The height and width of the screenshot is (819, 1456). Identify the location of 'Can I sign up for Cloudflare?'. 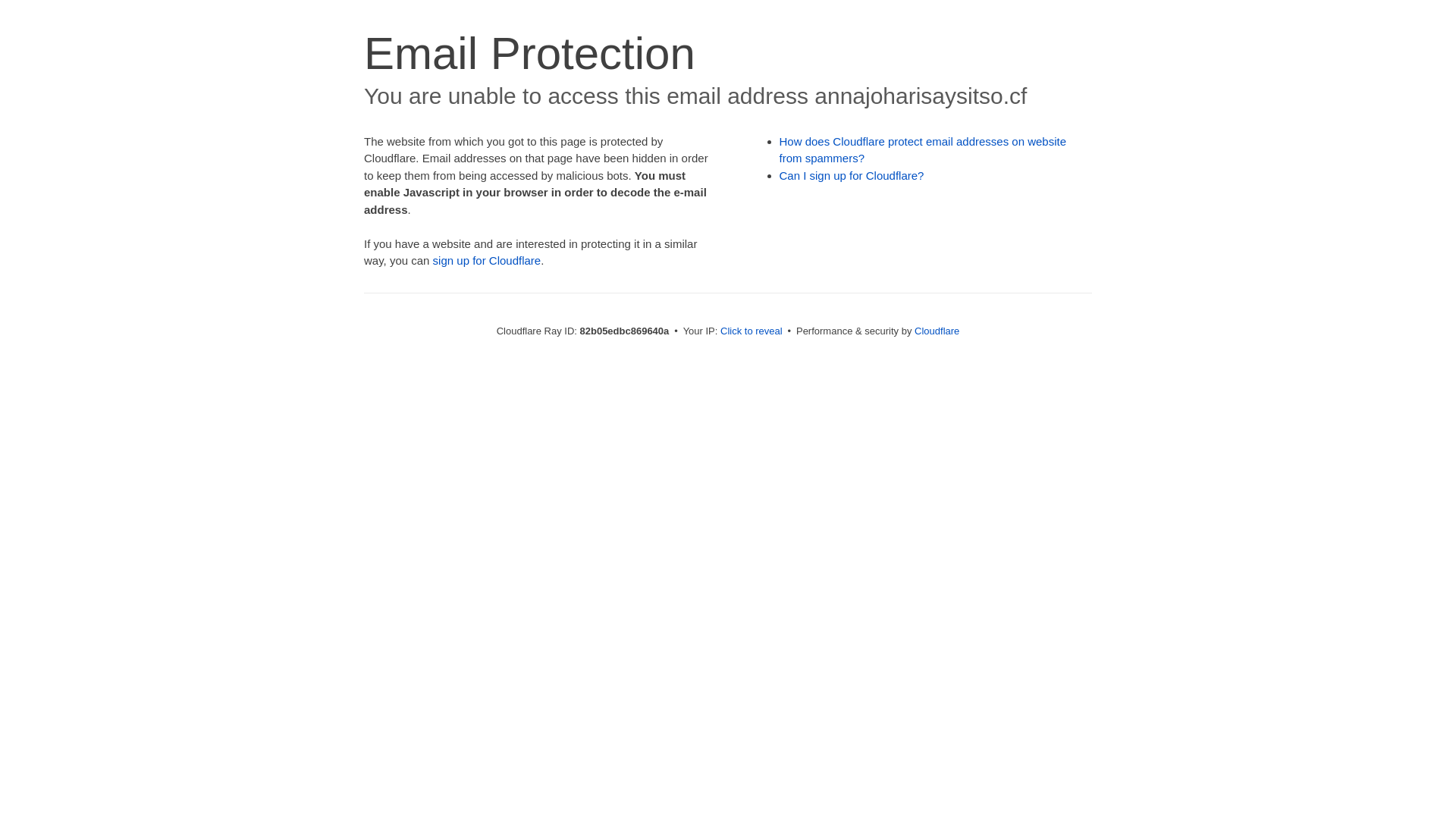
(852, 174).